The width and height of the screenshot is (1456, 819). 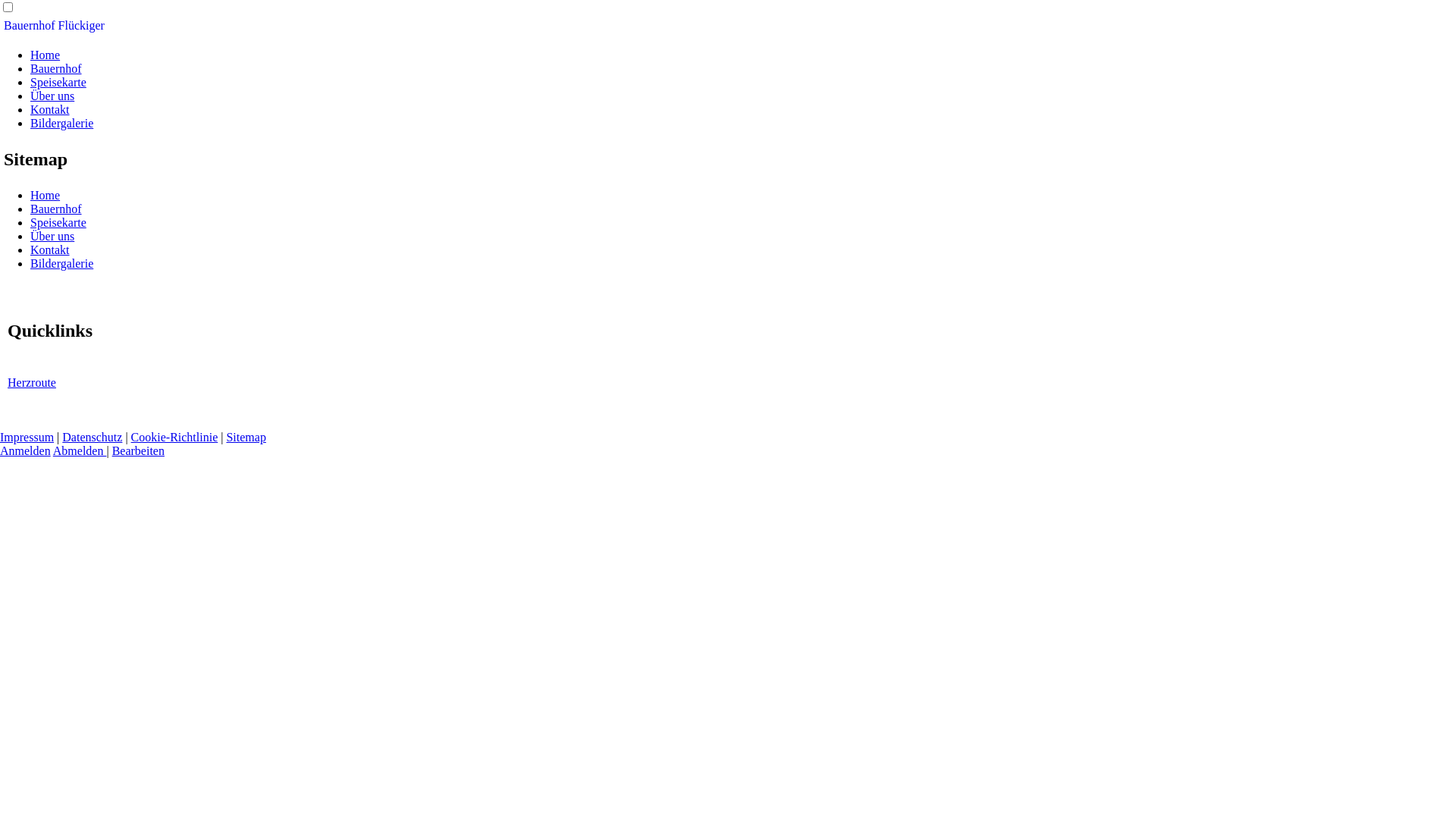 What do you see at coordinates (174, 437) in the screenshot?
I see `'Cookie-Richtlinie'` at bounding box center [174, 437].